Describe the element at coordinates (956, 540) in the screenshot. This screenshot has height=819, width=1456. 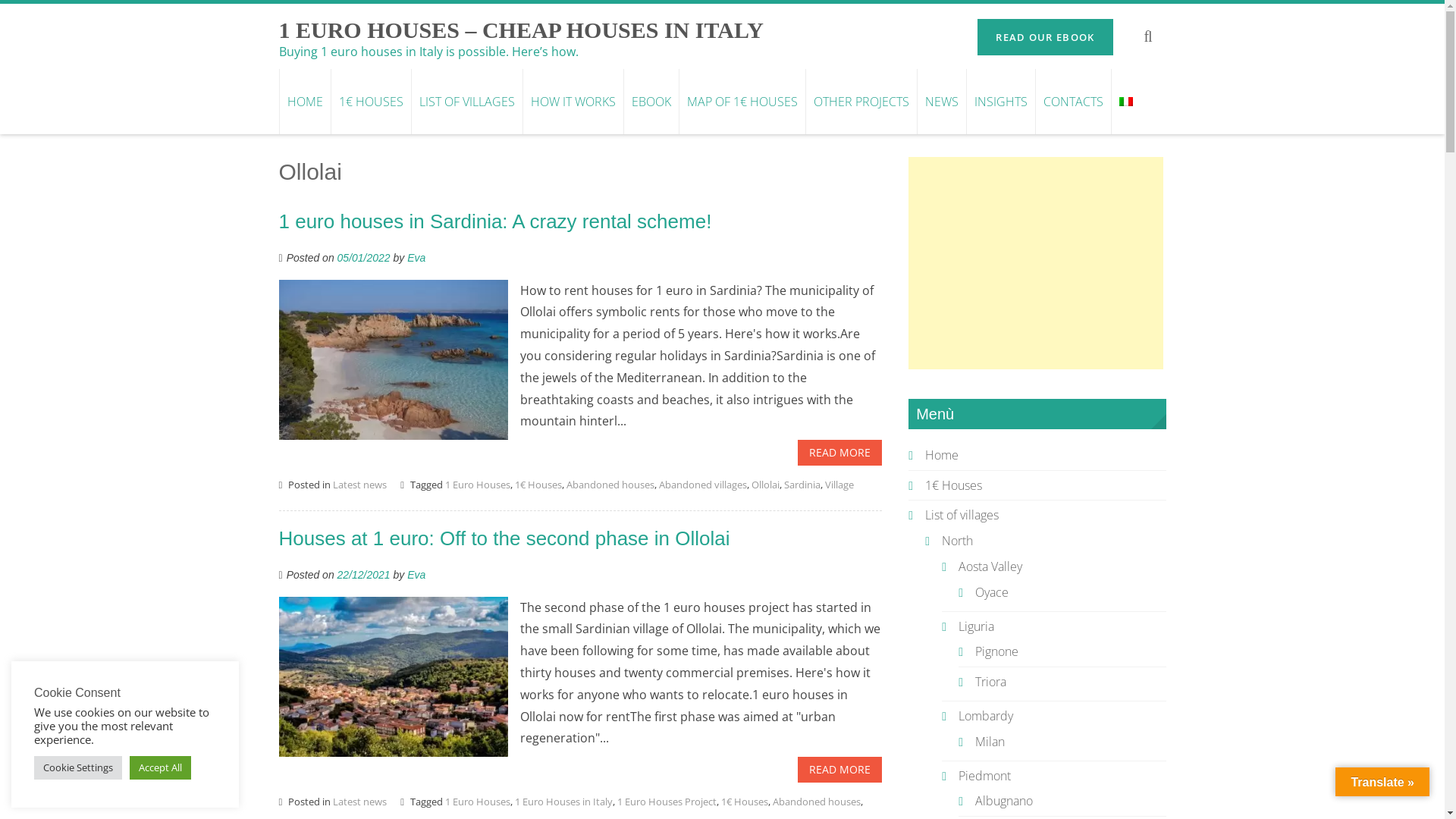
I see `'North'` at that location.